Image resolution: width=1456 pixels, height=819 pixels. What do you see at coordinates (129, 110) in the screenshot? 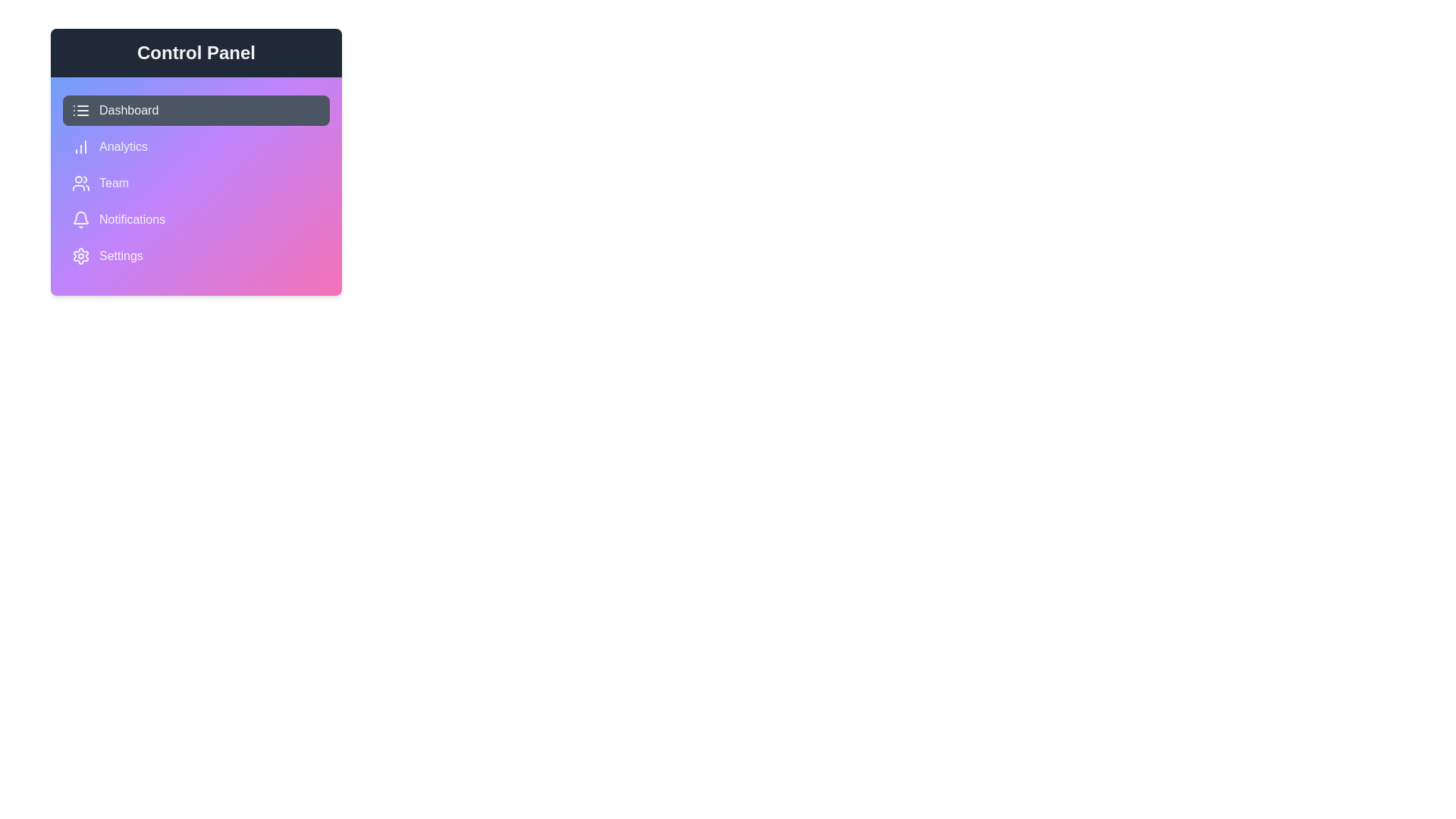
I see `the 'Dashboard' label in the vertical navigation menu located at the left side of the control panel` at bounding box center [129, 110].